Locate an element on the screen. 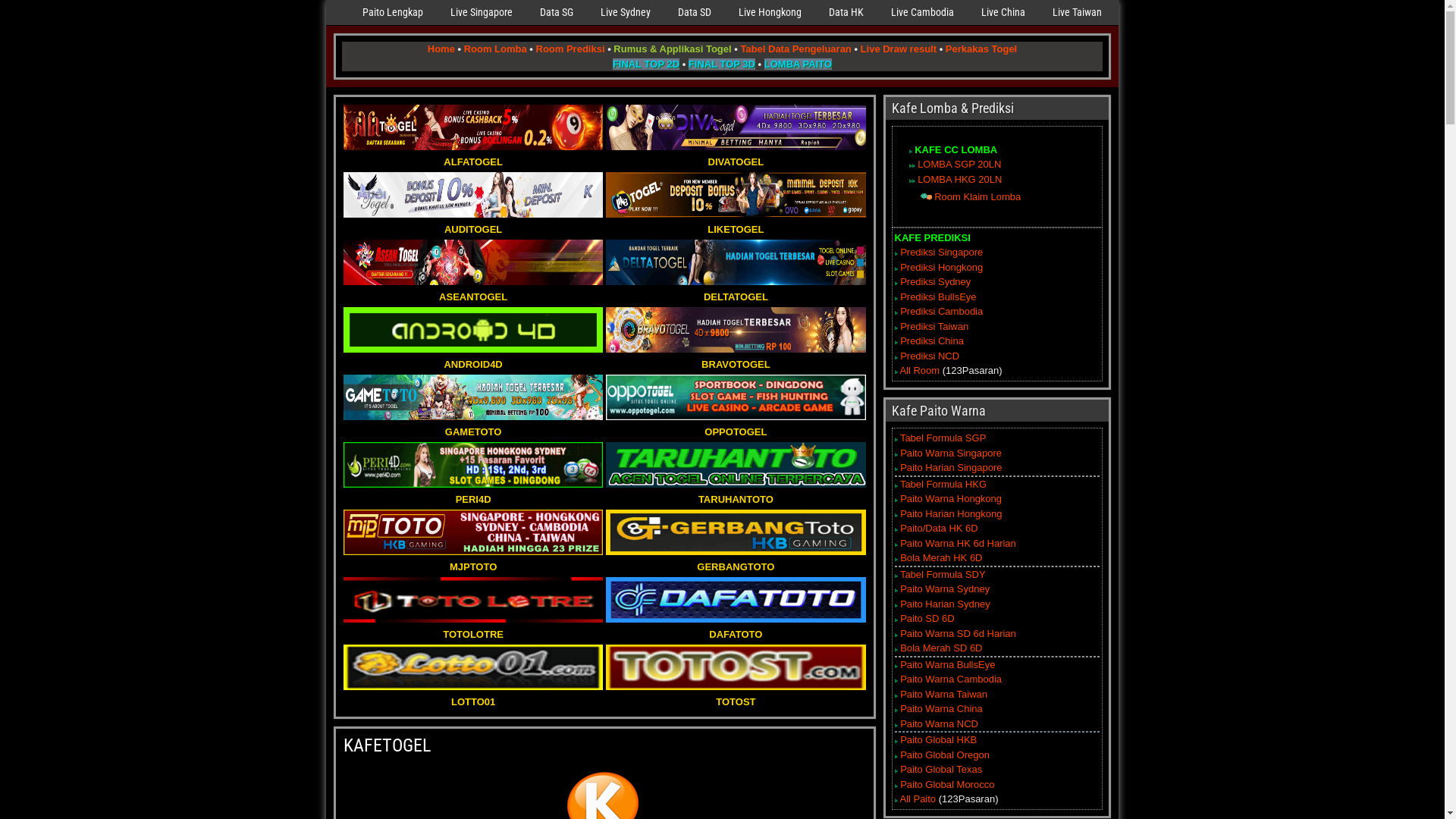 This screenshot has width=1456, height=819. 'panah' is located at coordinates (910, 165).